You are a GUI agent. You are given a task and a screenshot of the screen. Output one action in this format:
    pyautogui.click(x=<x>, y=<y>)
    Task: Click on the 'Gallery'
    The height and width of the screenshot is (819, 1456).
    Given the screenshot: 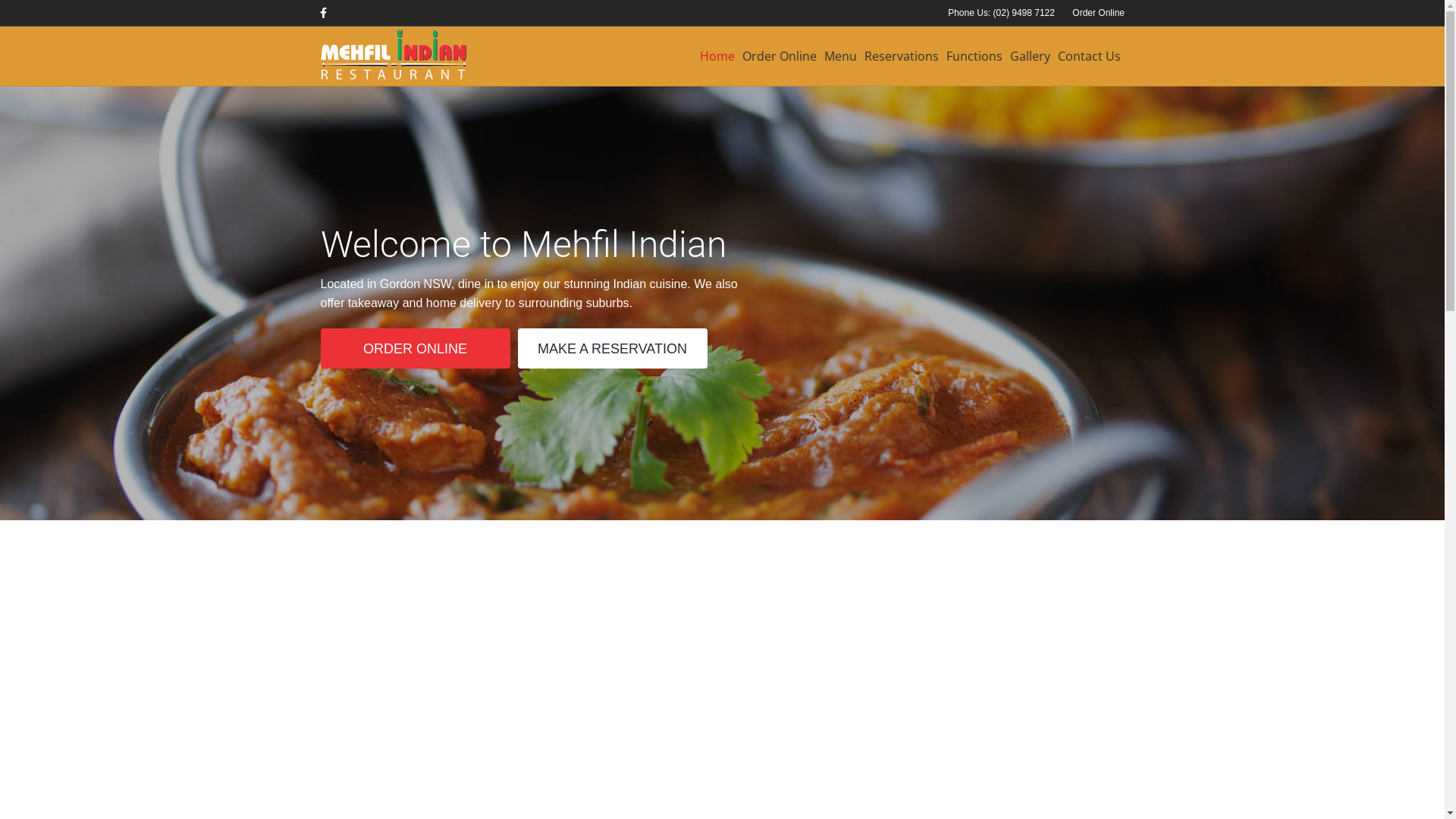 What is the action you would take?
    pyautogui.click(x=1030, y=55)
    